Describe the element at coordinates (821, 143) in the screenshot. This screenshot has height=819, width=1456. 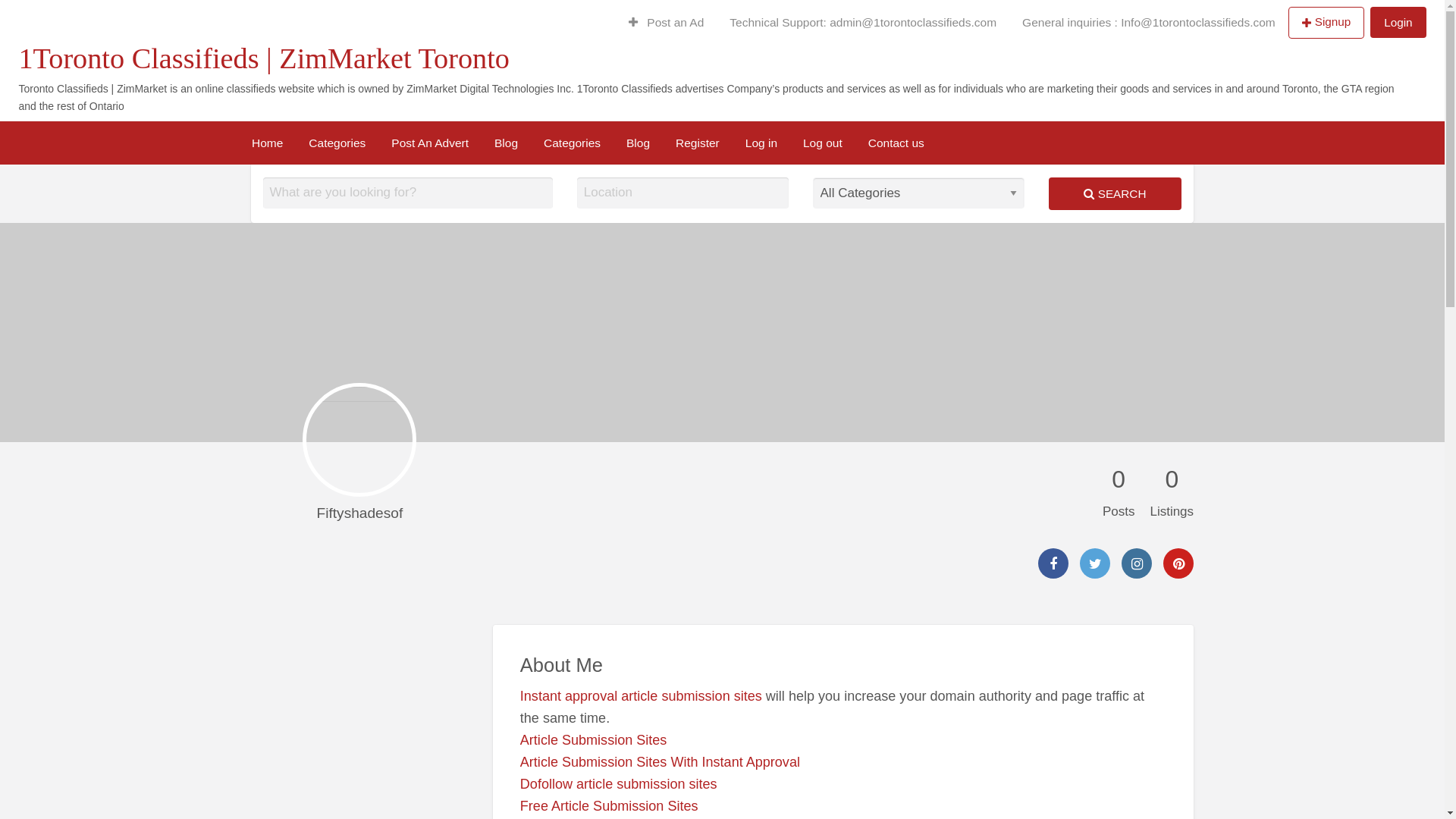
I see `'Log out'` at that location.